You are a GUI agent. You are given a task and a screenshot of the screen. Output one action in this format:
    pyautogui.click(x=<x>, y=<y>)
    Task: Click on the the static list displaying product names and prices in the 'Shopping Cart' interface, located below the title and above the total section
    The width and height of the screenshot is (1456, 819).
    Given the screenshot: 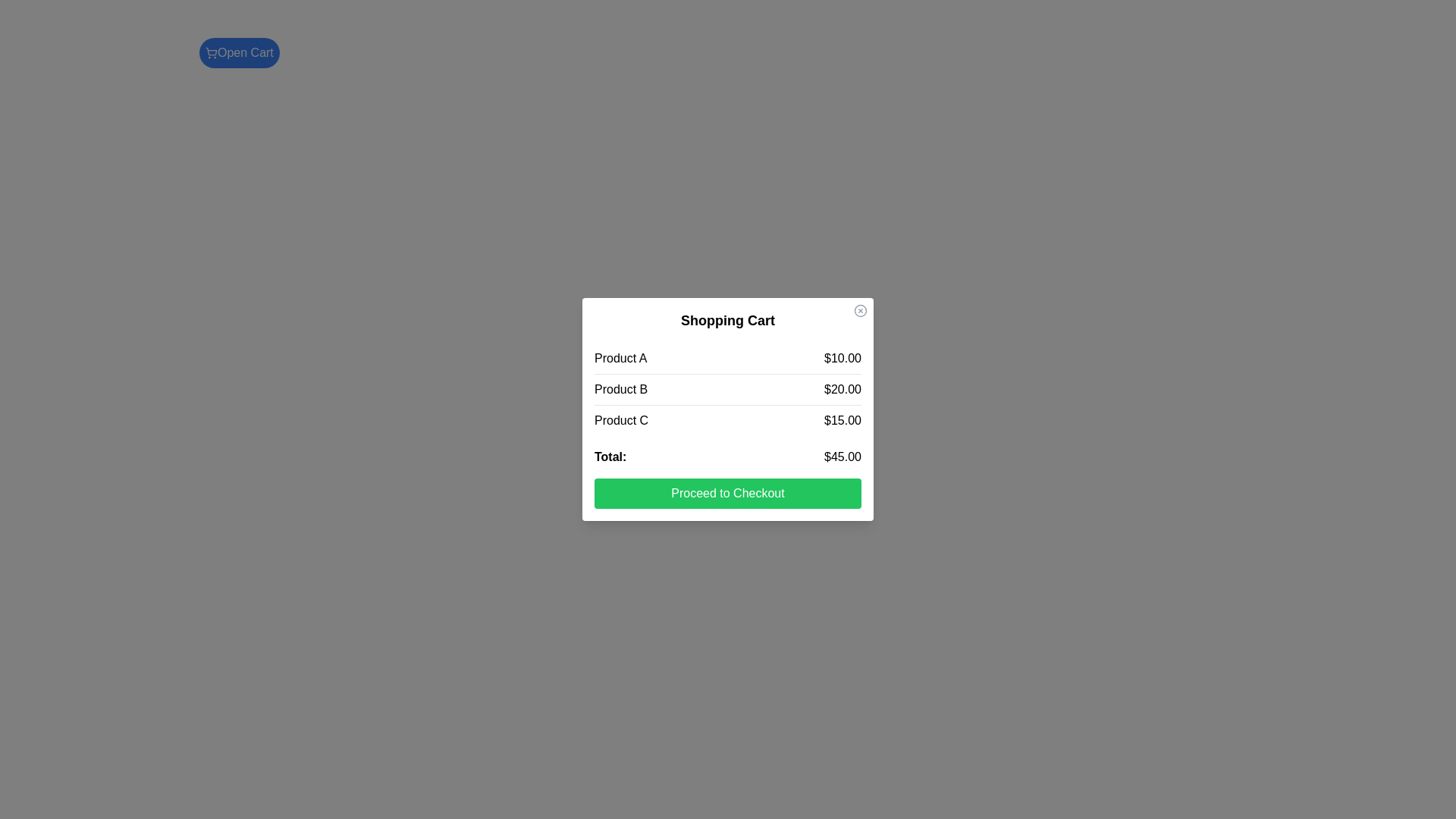 What is the action you would take?
    pyautogui.click(x=728, y=388)
    